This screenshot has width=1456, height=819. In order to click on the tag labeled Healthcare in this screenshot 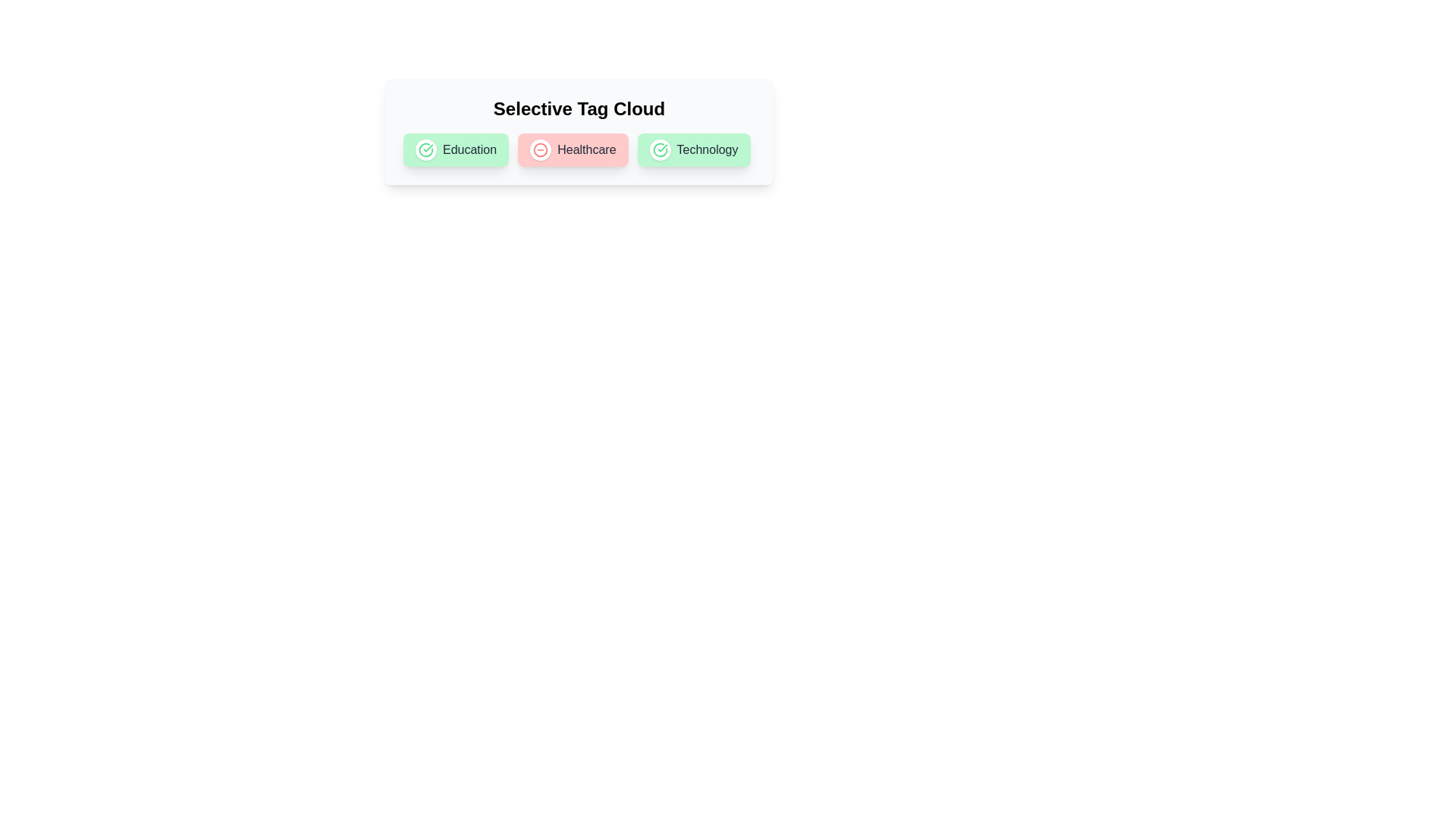, I will do `click(541, 149)`.